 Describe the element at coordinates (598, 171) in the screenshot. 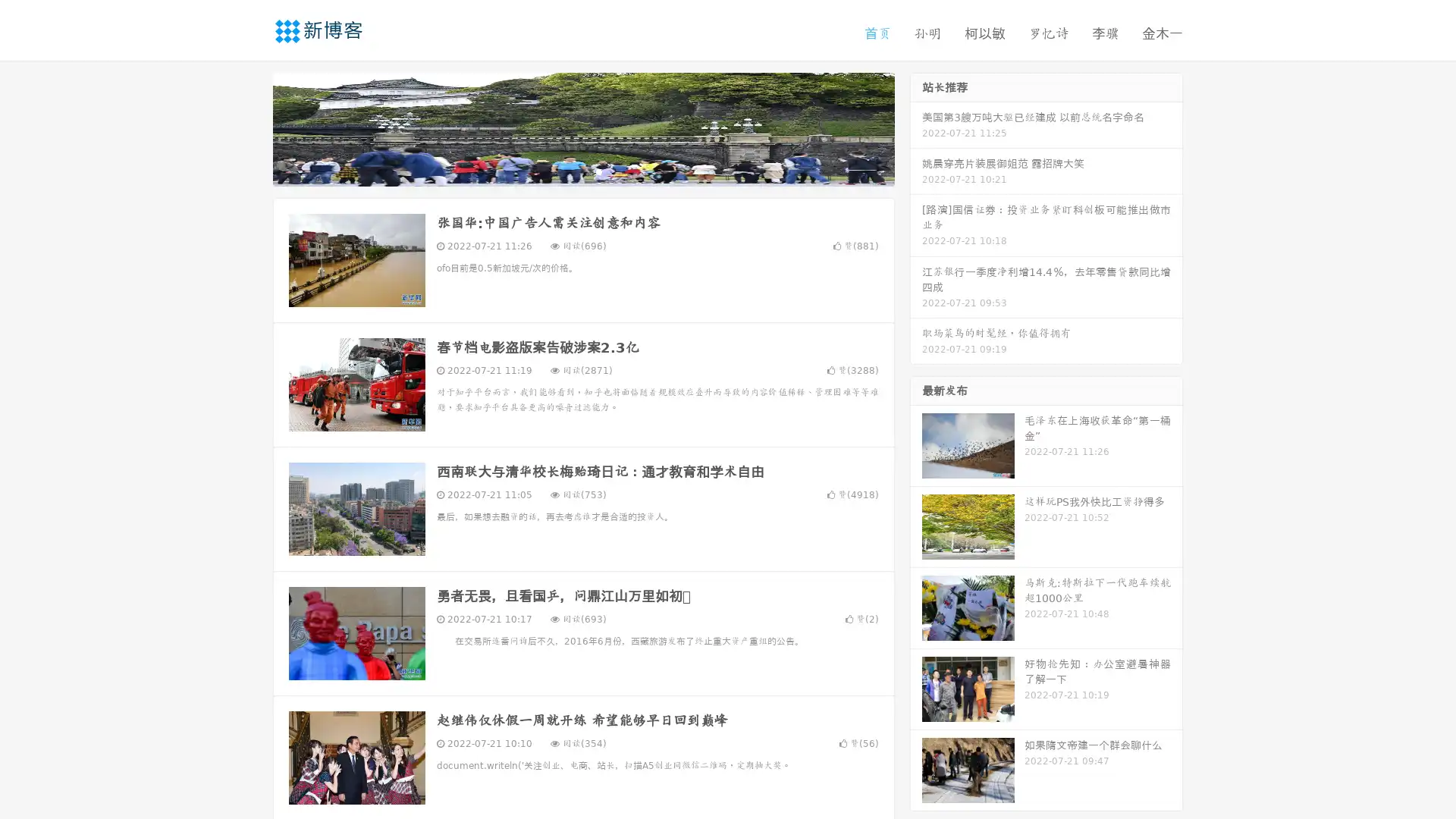

I see `Go to slide 3` at that location.